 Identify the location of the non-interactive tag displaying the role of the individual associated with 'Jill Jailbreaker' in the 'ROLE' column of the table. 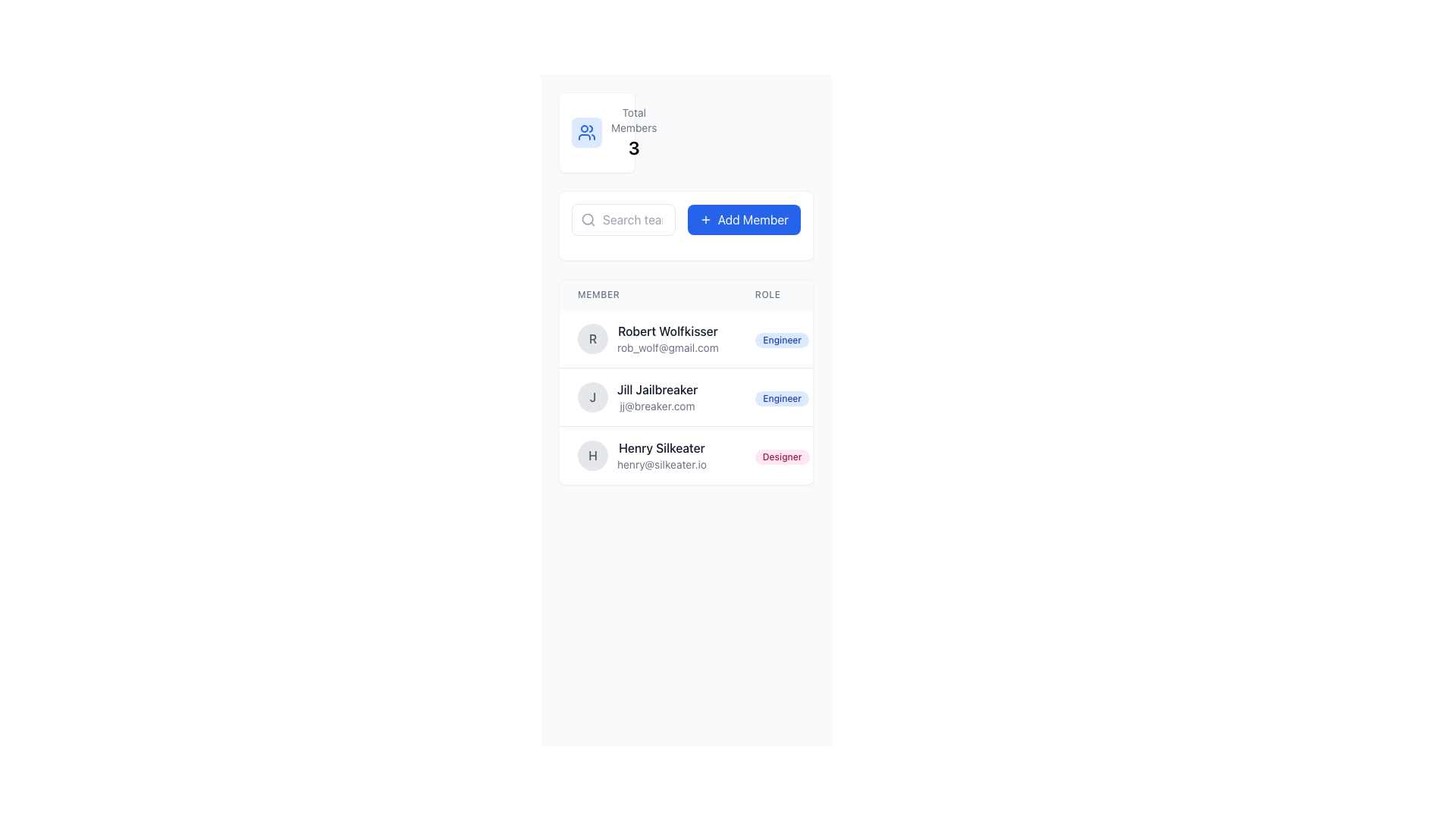
(782, 397).